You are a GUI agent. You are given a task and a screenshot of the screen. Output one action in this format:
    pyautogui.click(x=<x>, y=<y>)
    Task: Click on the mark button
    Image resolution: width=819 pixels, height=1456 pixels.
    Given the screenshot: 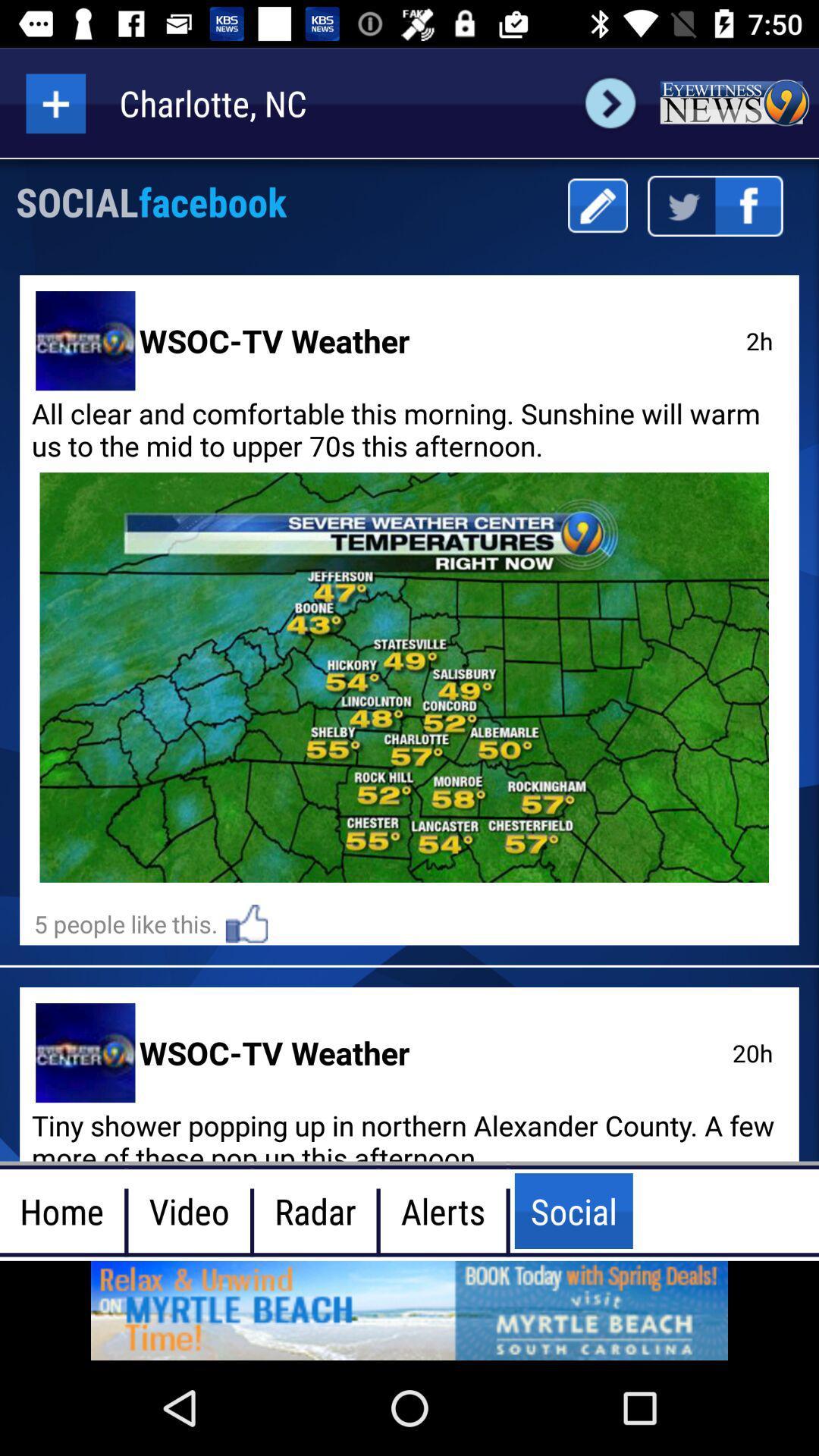 What is the action you would take?
    pyautogui.click(x=597, y=205)
    